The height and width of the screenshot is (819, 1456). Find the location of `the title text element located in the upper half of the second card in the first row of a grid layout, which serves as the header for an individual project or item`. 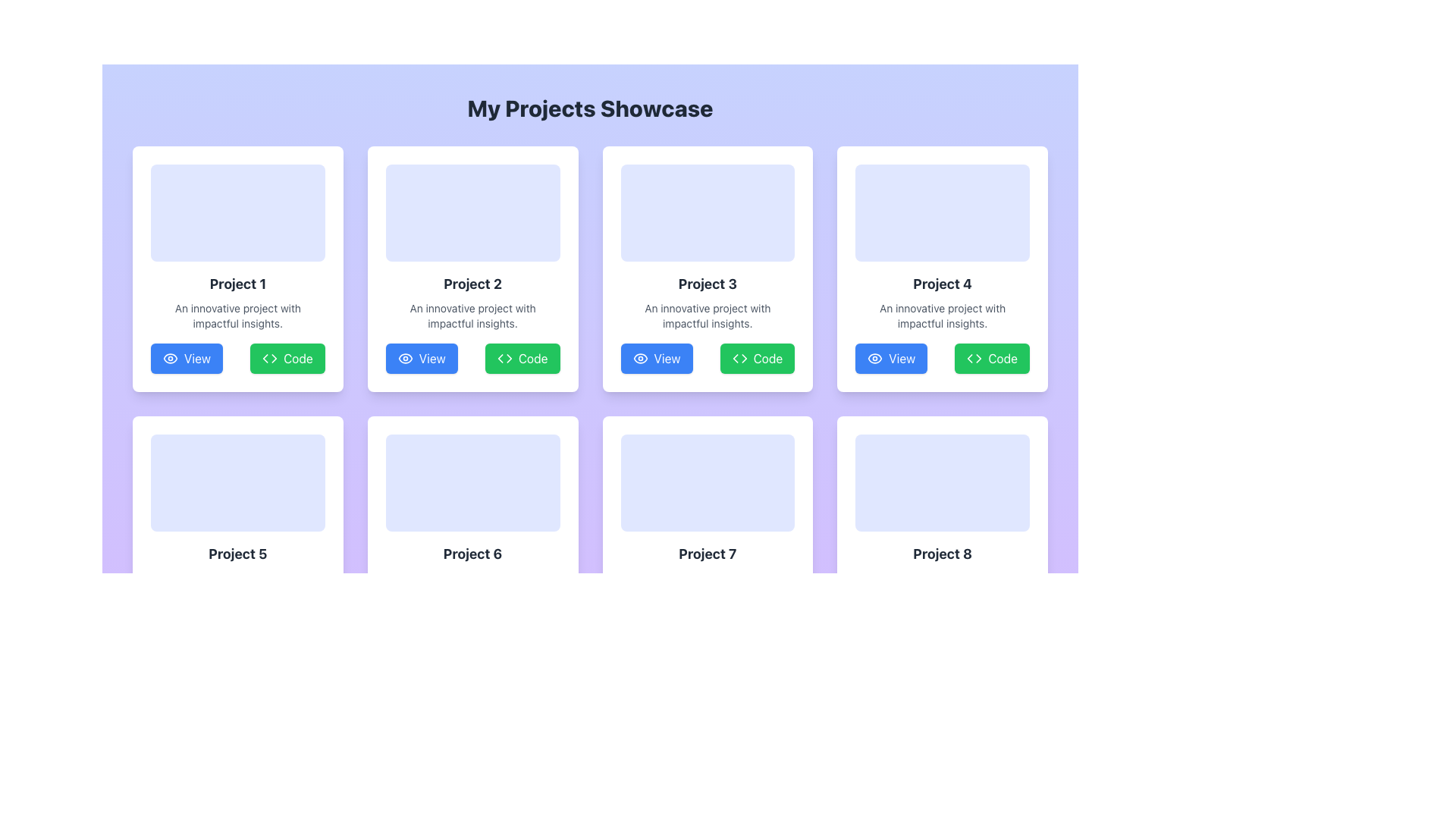

the title text element located in the upper half of the second card in the first row of a grid layout, which serves as the header for an individual project or item is located at coordinates (472, 284).